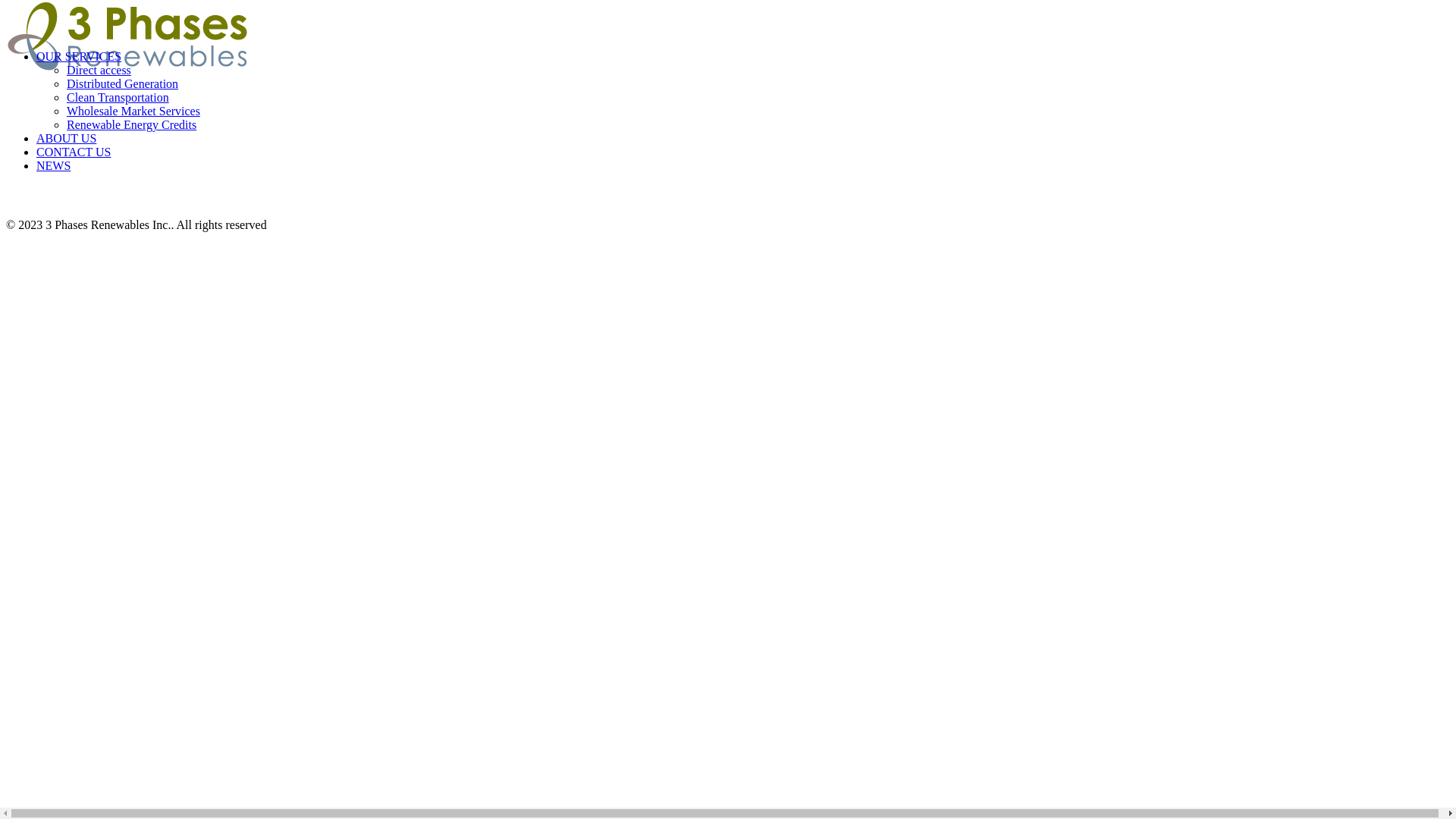  Describe the element at coordinates (694, 43) in the screenshot. I see `'IN THE NEWS'` at that location.